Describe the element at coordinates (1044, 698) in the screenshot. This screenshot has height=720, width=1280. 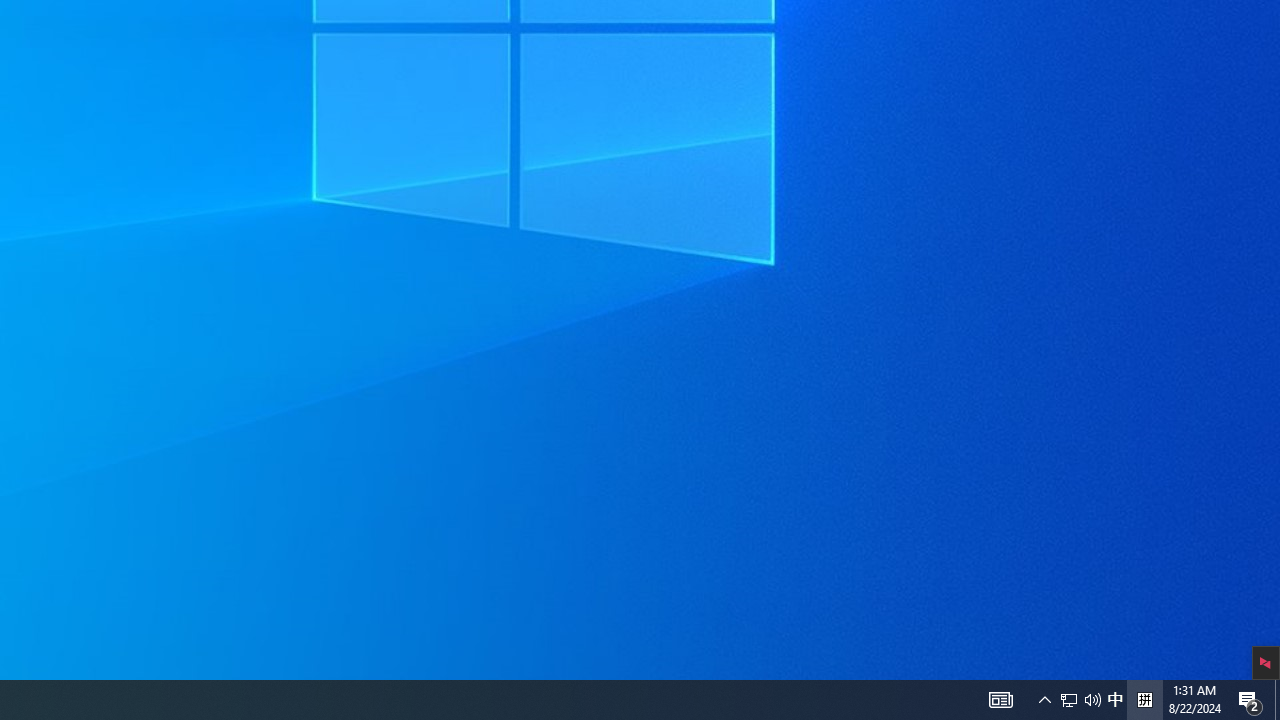
I see `'Notification Chevron'` at that location.